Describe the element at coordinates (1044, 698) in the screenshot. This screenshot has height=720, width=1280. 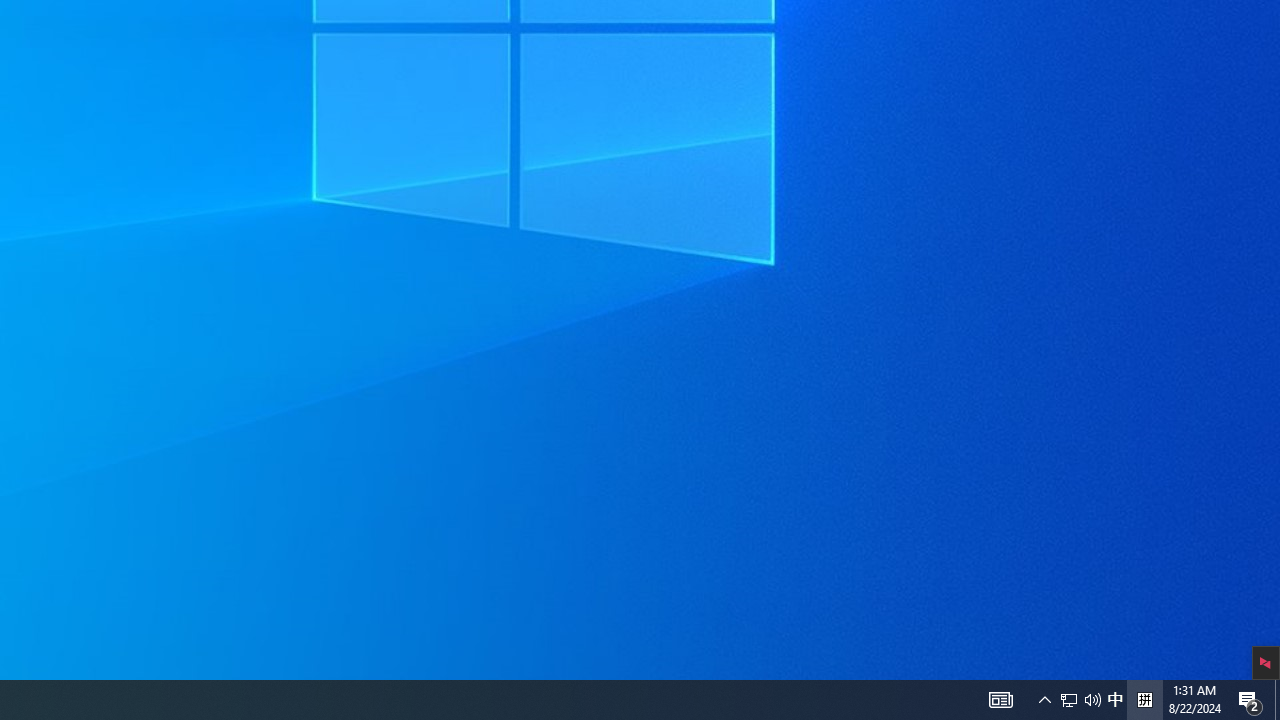
I see `'Notification Chevron'` at that location.